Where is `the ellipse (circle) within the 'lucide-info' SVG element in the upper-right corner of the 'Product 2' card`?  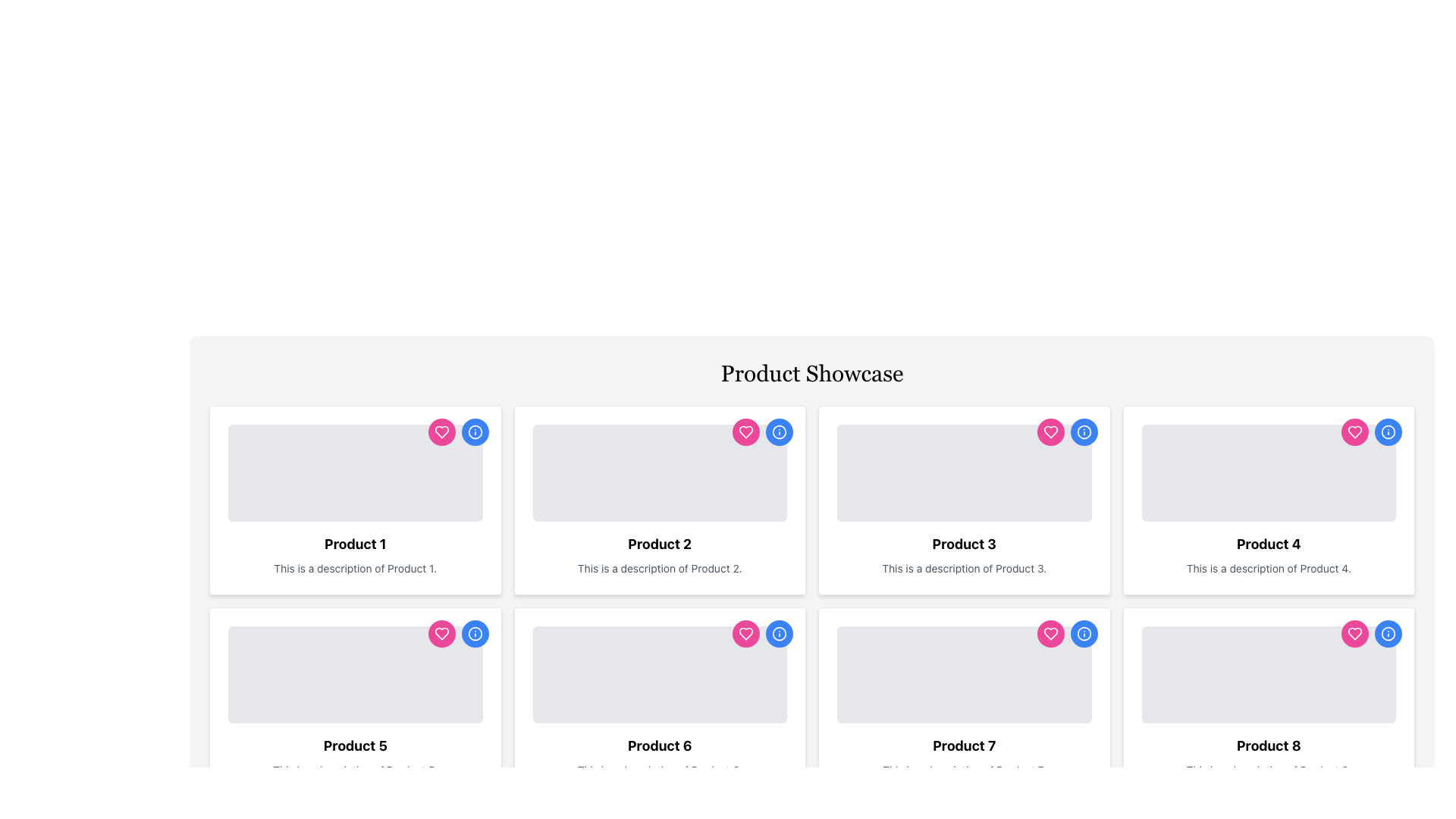 the ellipse (circle) within the 'lucide-info' SVG element in the upper-right corner of the 'Product 2' card is located at coordinates (779, 432).